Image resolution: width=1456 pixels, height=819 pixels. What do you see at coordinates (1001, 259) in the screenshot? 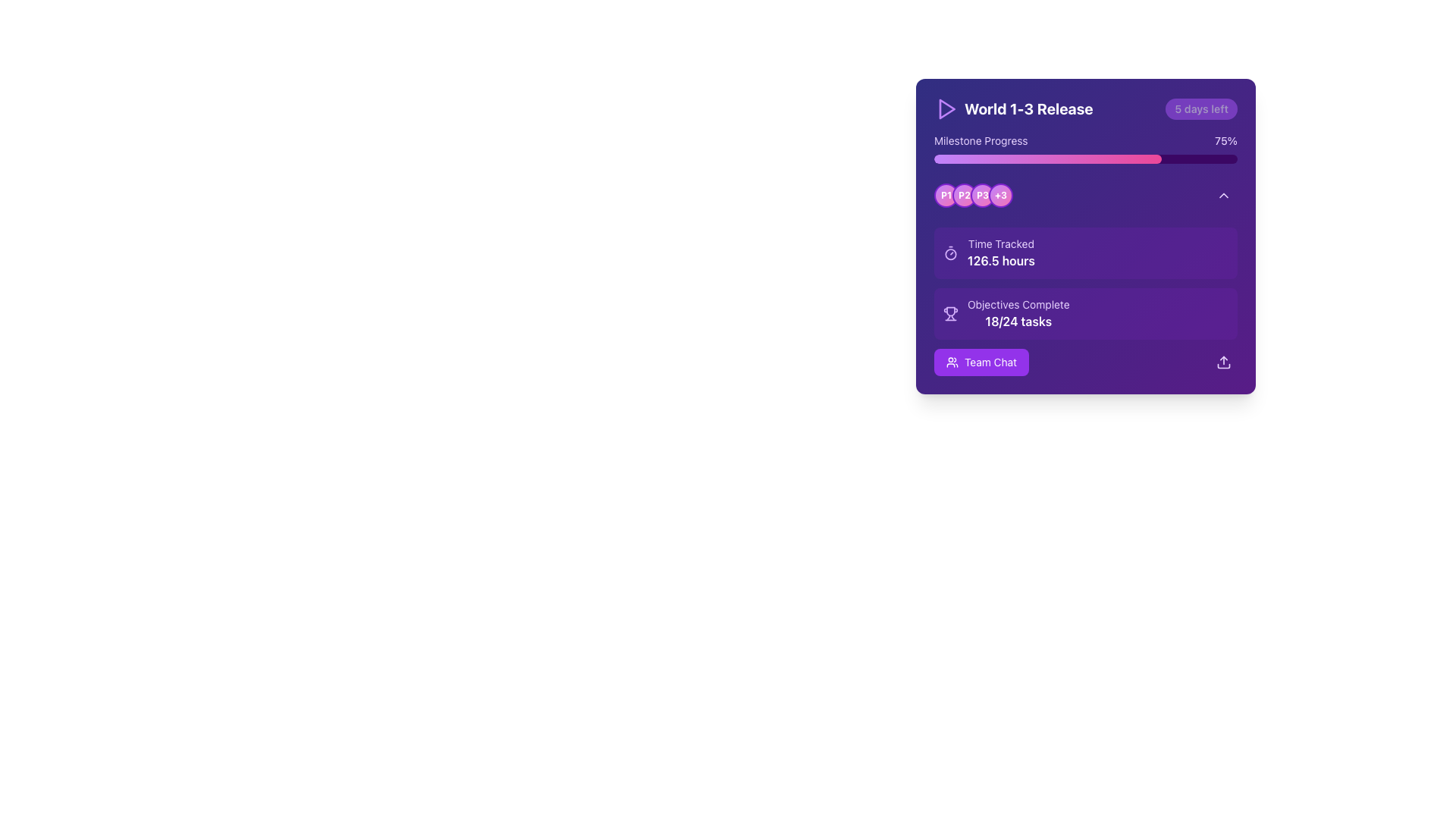
I see `the text label displaying '126.5 hours' in a bold white font, positioned within a deep purple card UI, located directly below the 'Time Tracked' label` at bounding box center [1001, 259].